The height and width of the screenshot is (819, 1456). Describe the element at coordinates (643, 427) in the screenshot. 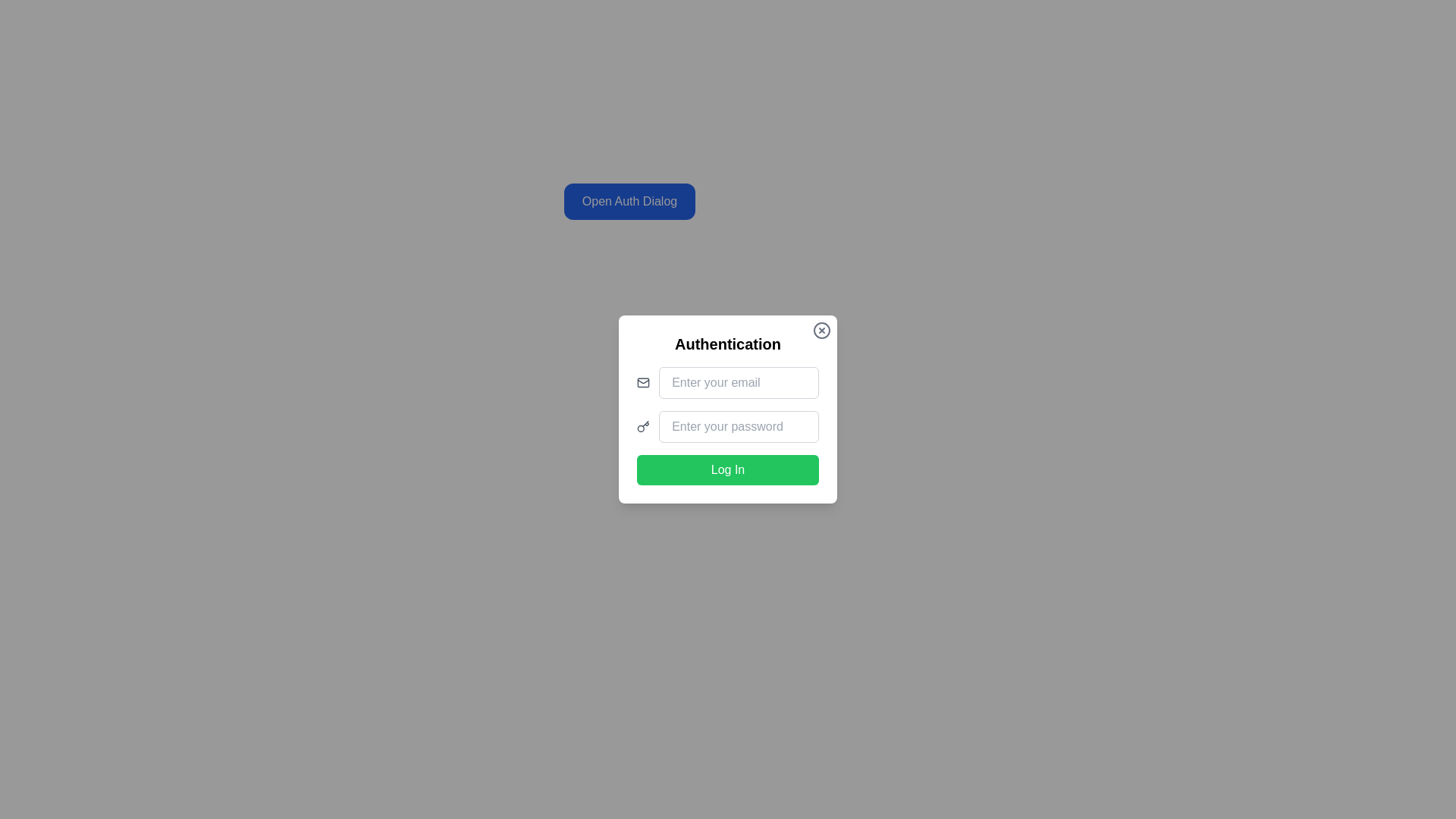

I see `the key icon (SVG) located on the left side of the password input field in the authentication dialog to enhance visual context` at that location.